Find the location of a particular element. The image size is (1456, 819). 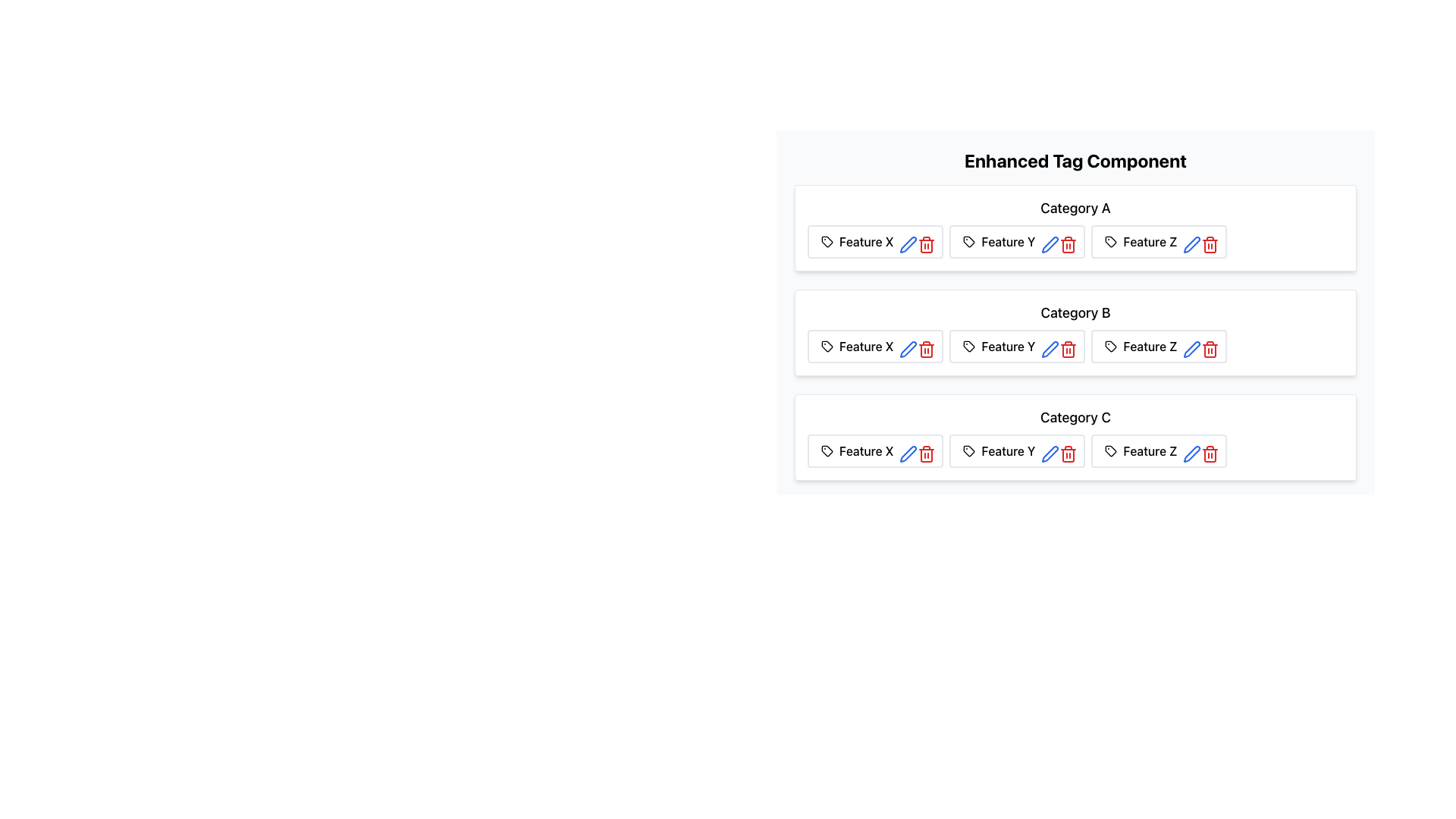

the tag icon located within the 'Feature X' button under 'Category C' is located at coordinates (825, 450).